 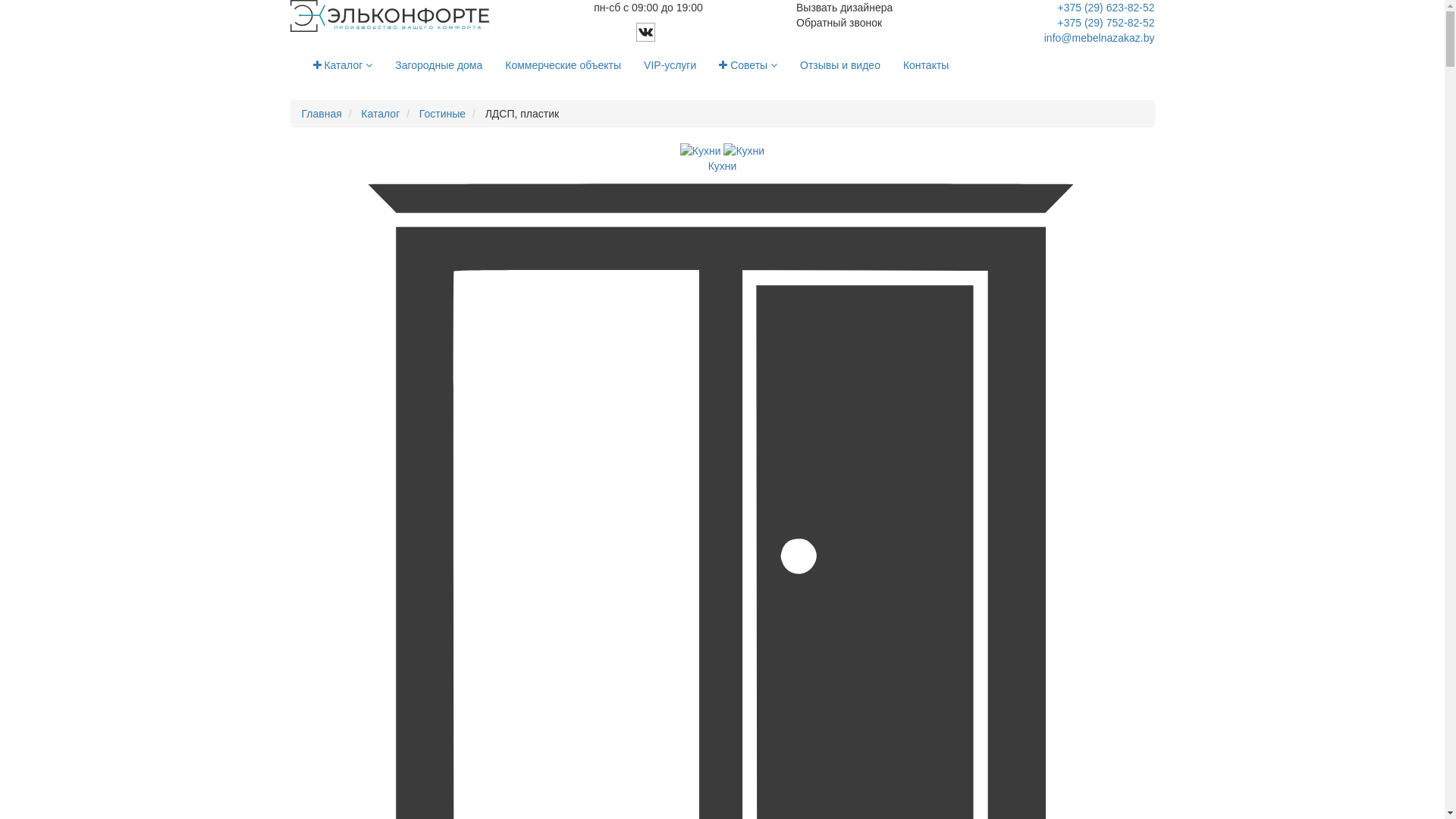 What do you see at coordinates (1106, 8) in the screenshot?
I see `'+375 (29) 623-82-52'` at bounding box center [1106, 8].